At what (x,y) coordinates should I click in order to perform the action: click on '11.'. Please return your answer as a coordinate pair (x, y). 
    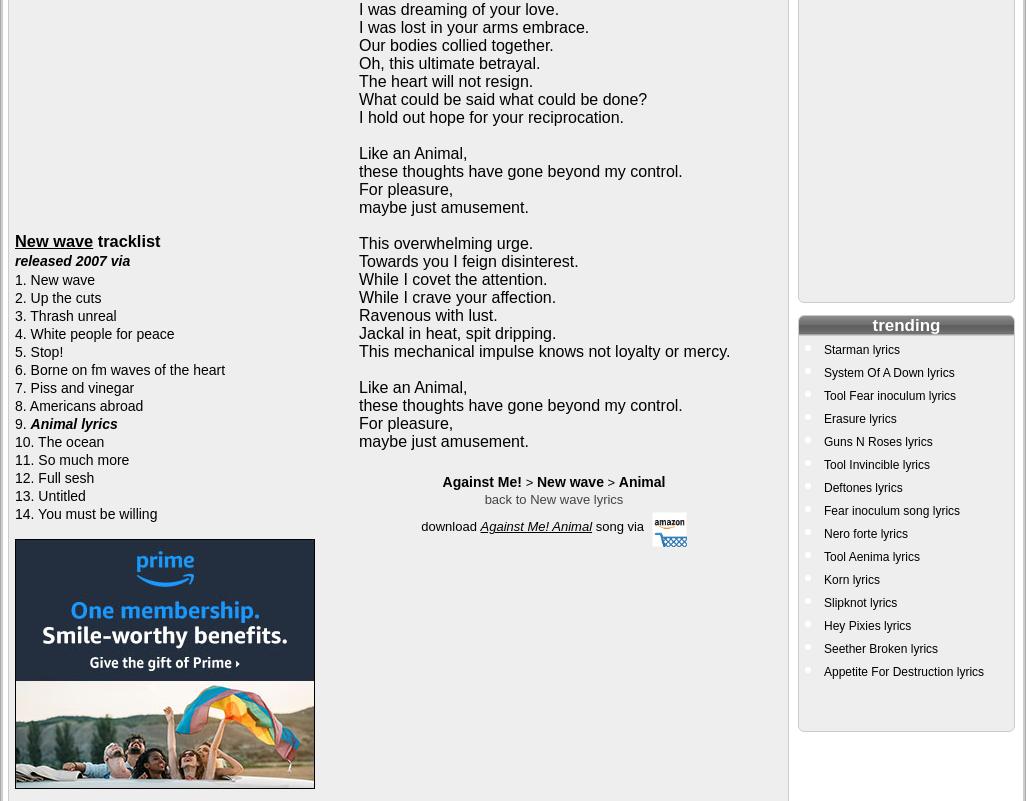
    Looking at the image, I should click on (26, 460).